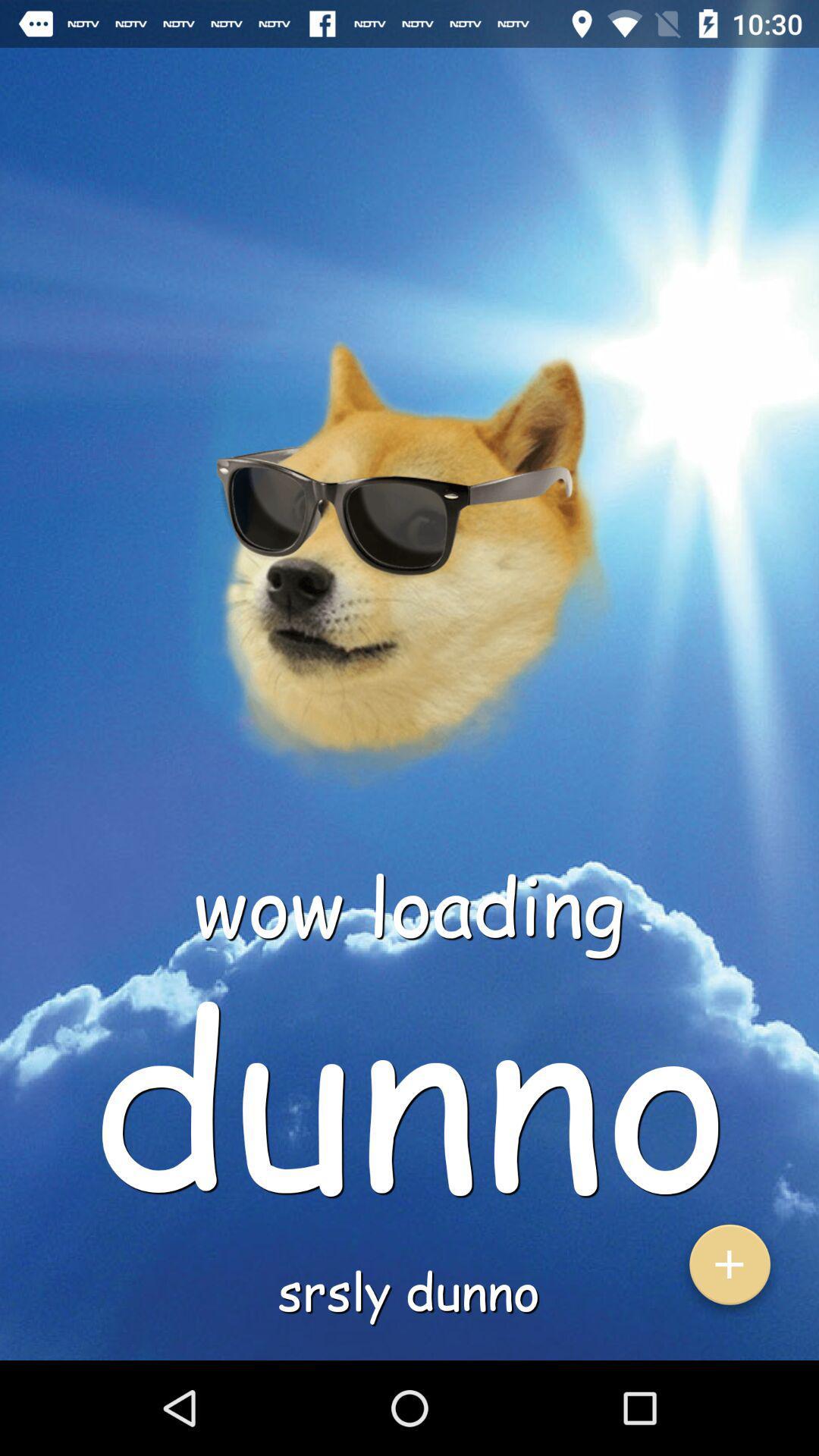  I want to click on the add icon, so click(729, 1270).